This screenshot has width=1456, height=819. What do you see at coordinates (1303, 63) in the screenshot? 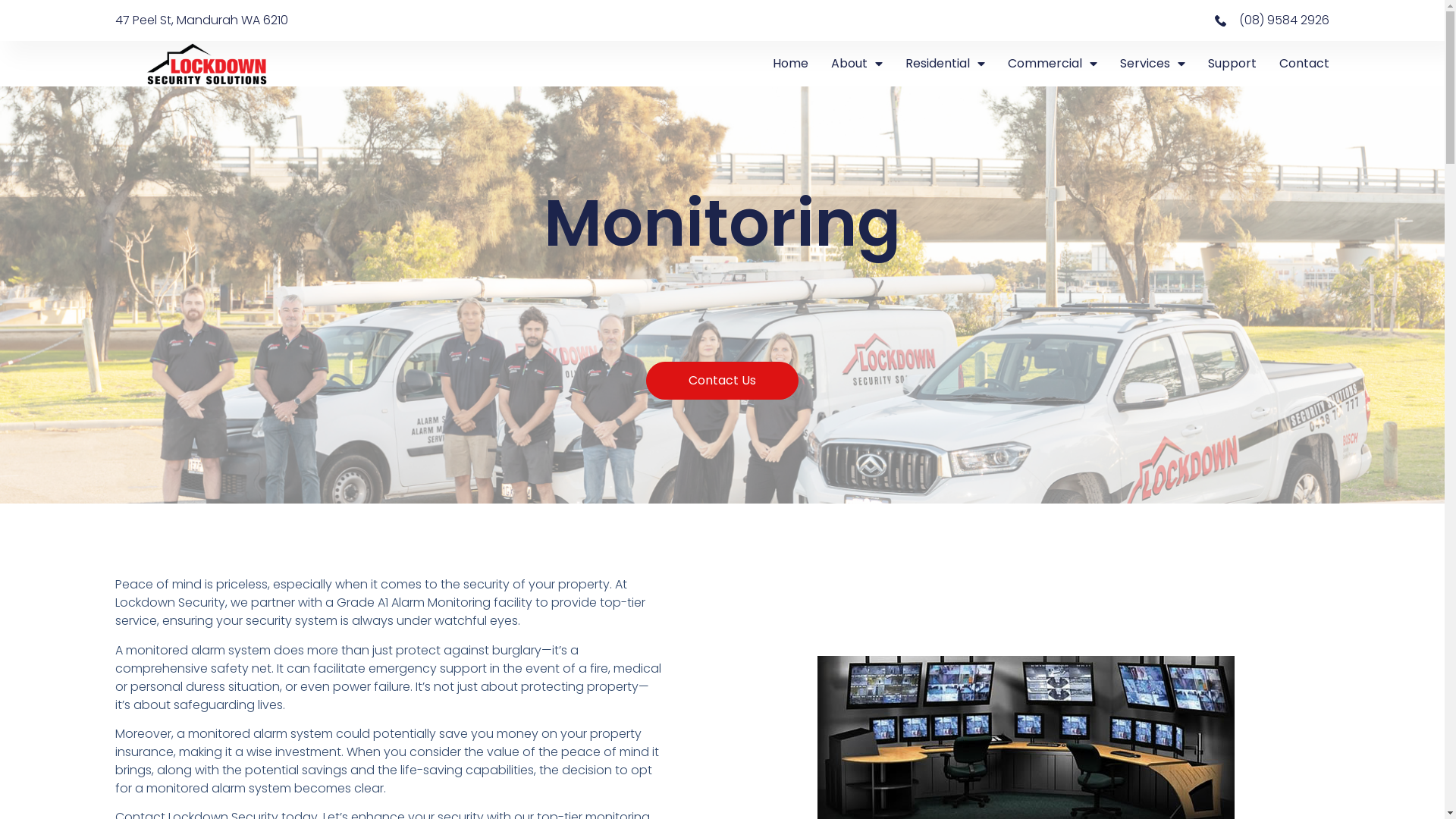
I see `'Contact'` at bounding box center [1303, 63].